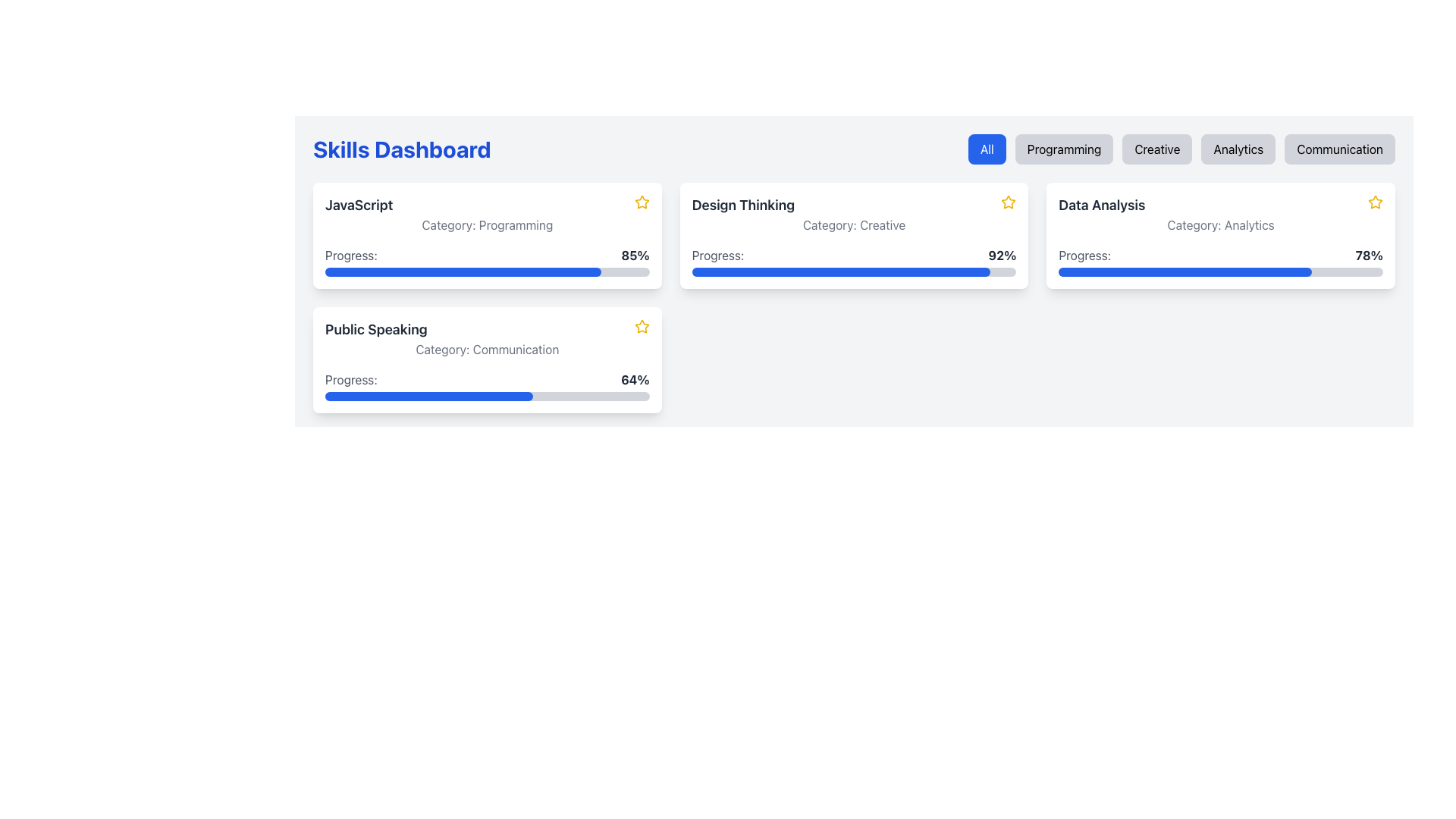 Image resolution: width=1456 pixels, height=819 pixels. I want to click on the static text label displaying 'Category: Programming' located within the Skills Dashboard under the heading 'JavaScript', so click(487, 225).